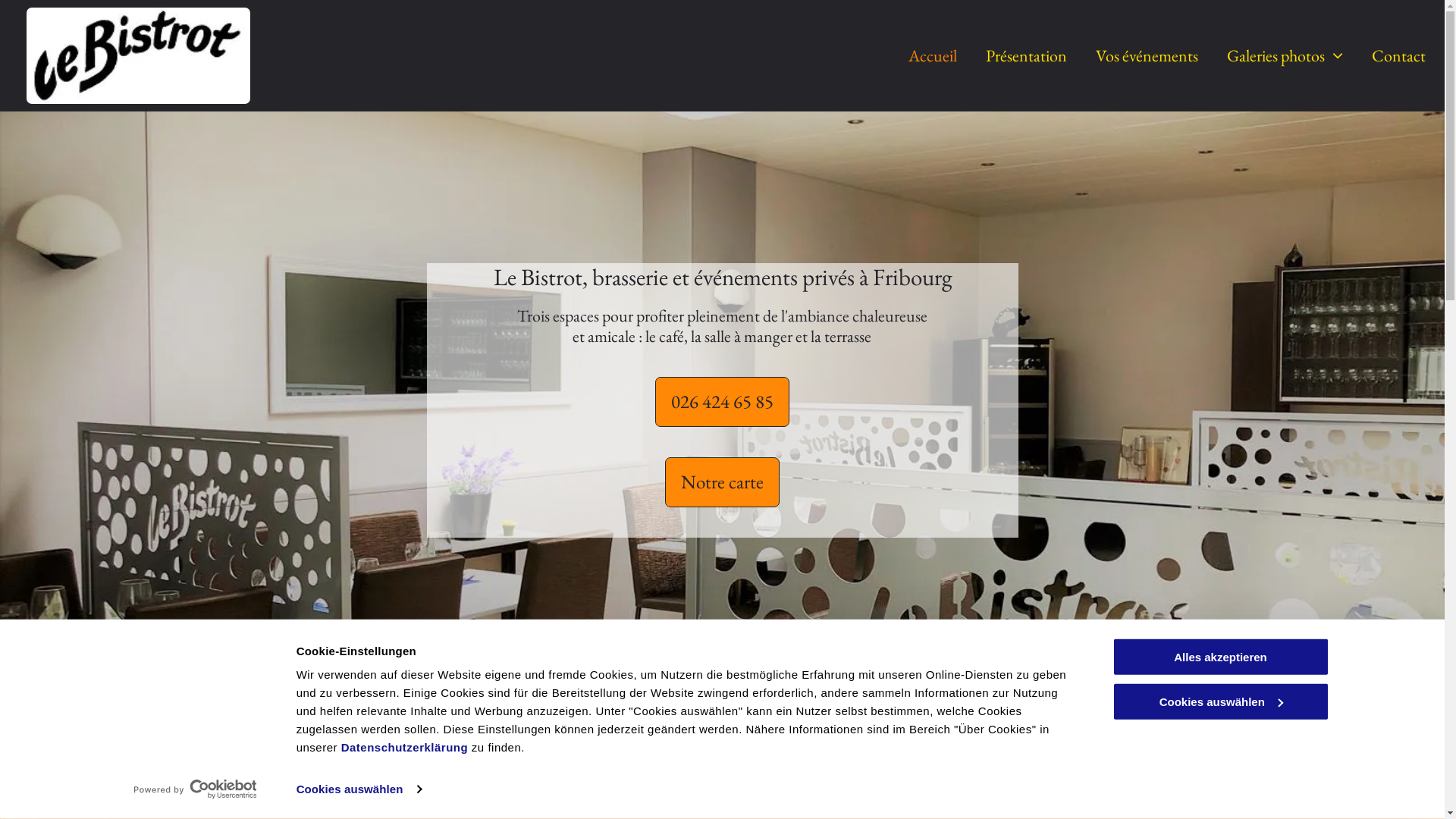 Image resolution: width=1456 pixels, height=819 pixels. Describe the element at coordinates (1219, 656) in the screenshot. I see `'Alles akzeptieren'` at that location.